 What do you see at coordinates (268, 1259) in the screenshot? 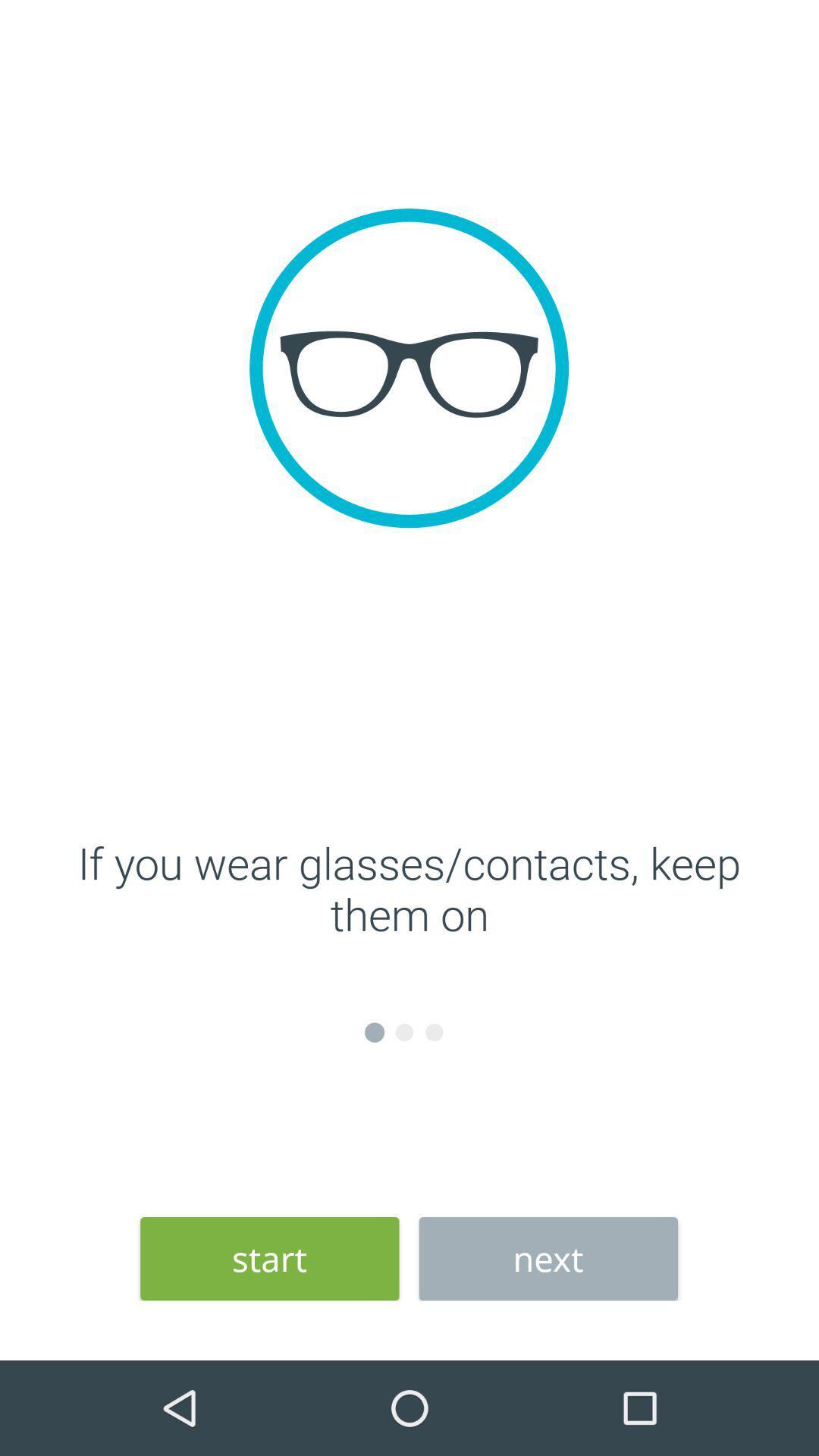
I see `the start` at bounding box center [268, 1259].